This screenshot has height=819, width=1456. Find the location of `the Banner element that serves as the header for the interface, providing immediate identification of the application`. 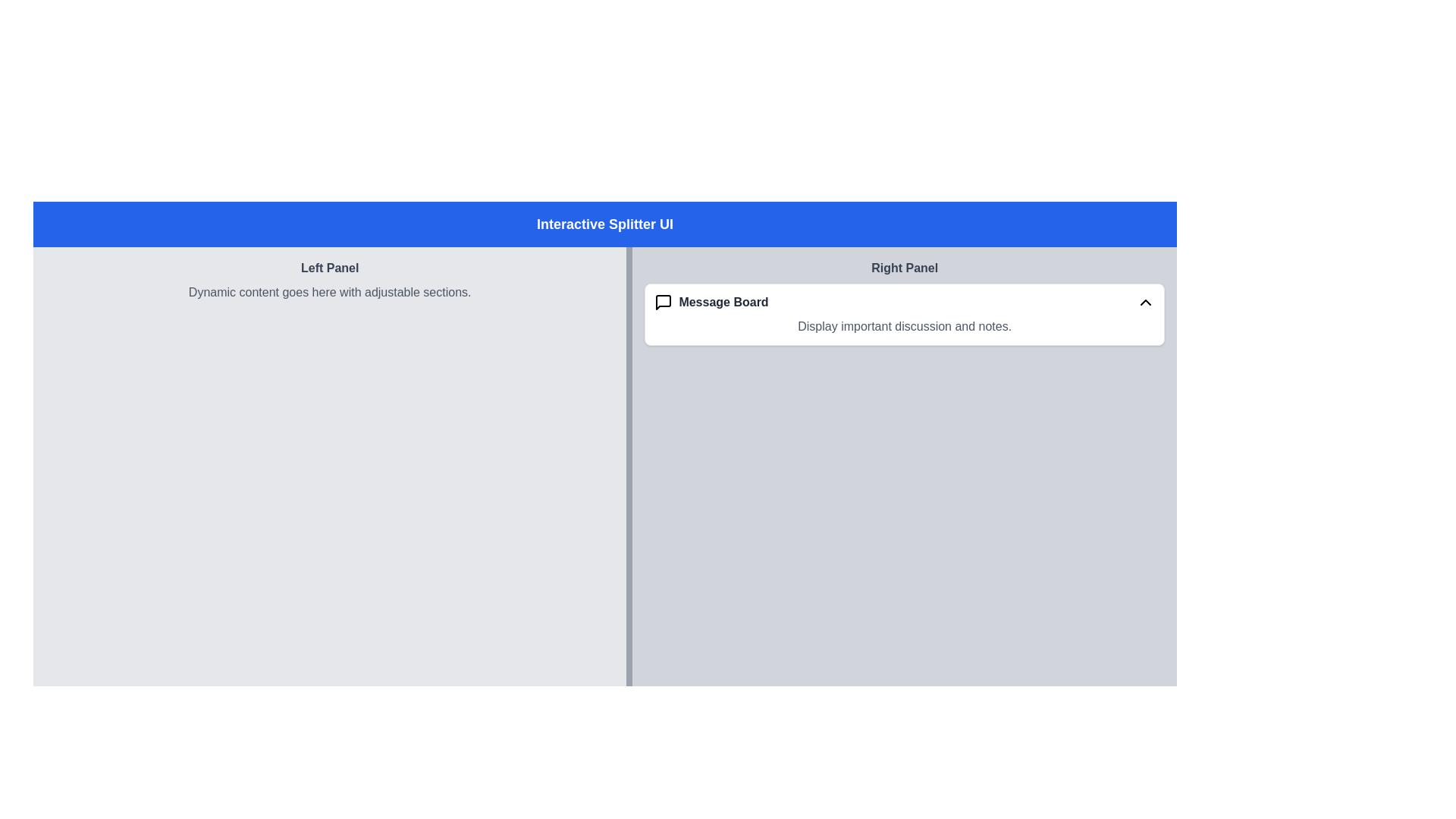

the Banner element that serves as the header for the interface, providing immediate identification of the application is located at coordinates (604, 224).